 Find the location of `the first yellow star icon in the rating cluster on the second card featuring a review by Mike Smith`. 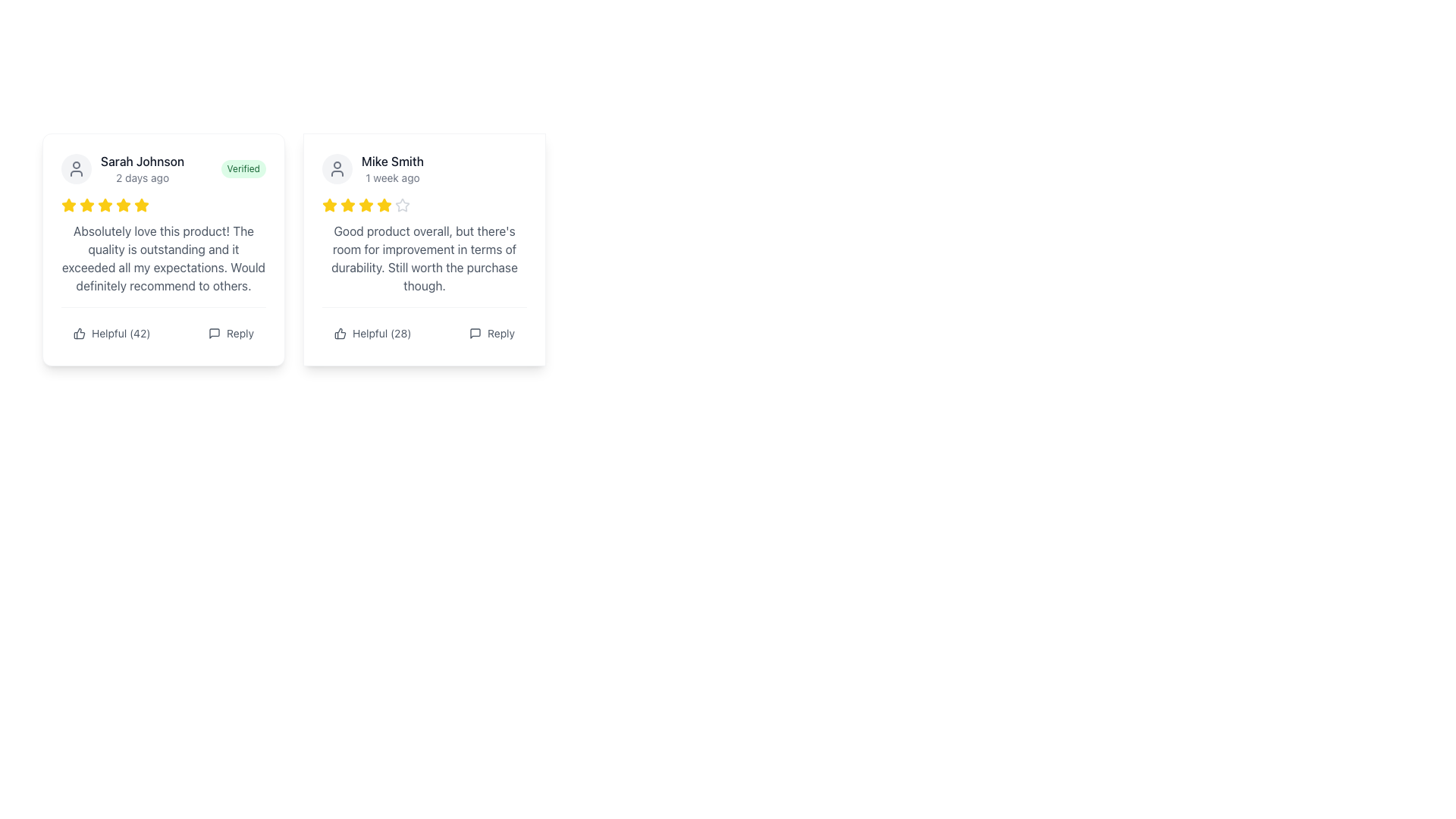

the first yellow star icon in the rating cluster on the second card featuring a review by Mike Smith is located at coordinates (329, 205).